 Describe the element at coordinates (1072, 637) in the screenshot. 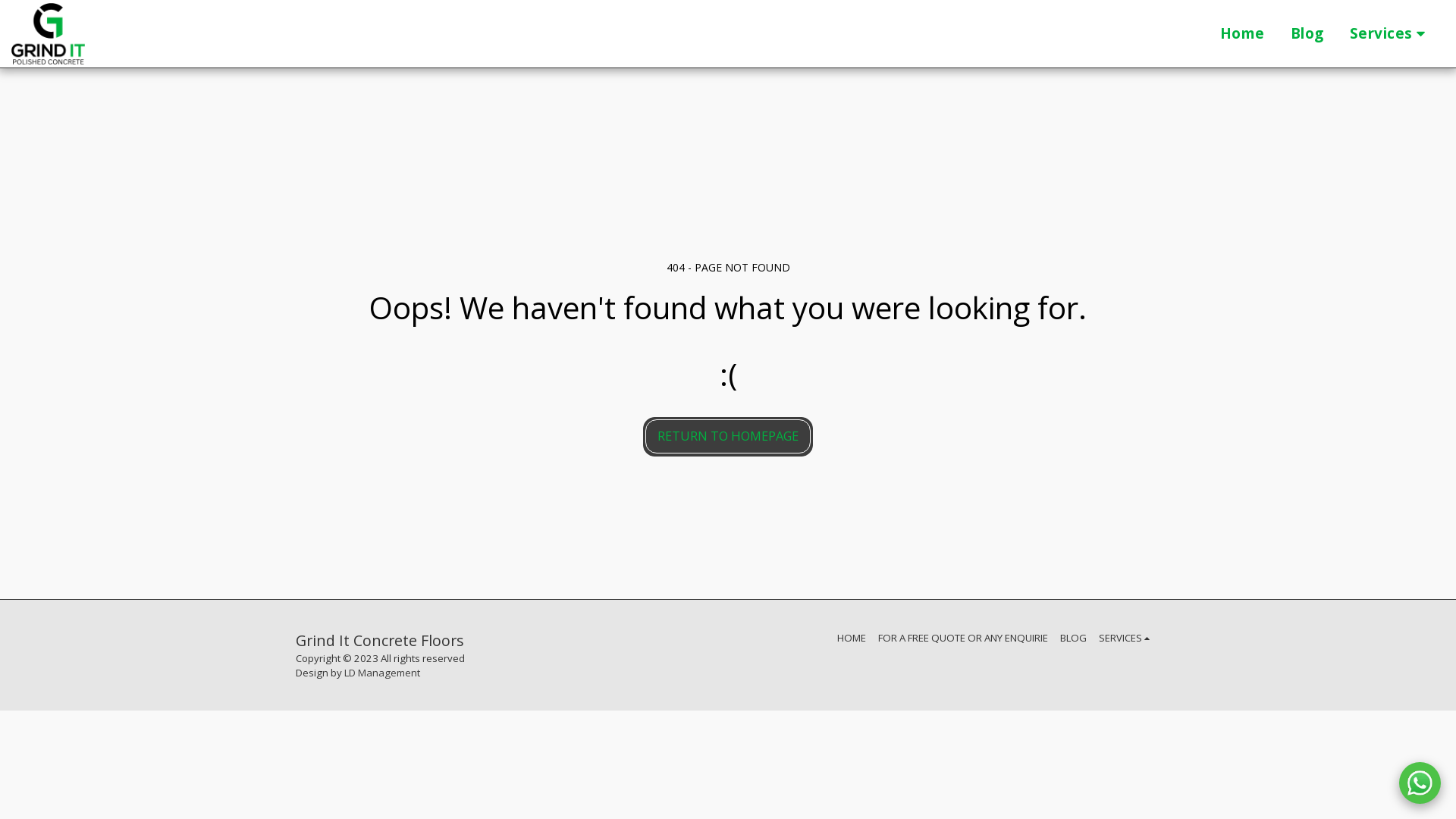

I see `'BLOG'` at that location.